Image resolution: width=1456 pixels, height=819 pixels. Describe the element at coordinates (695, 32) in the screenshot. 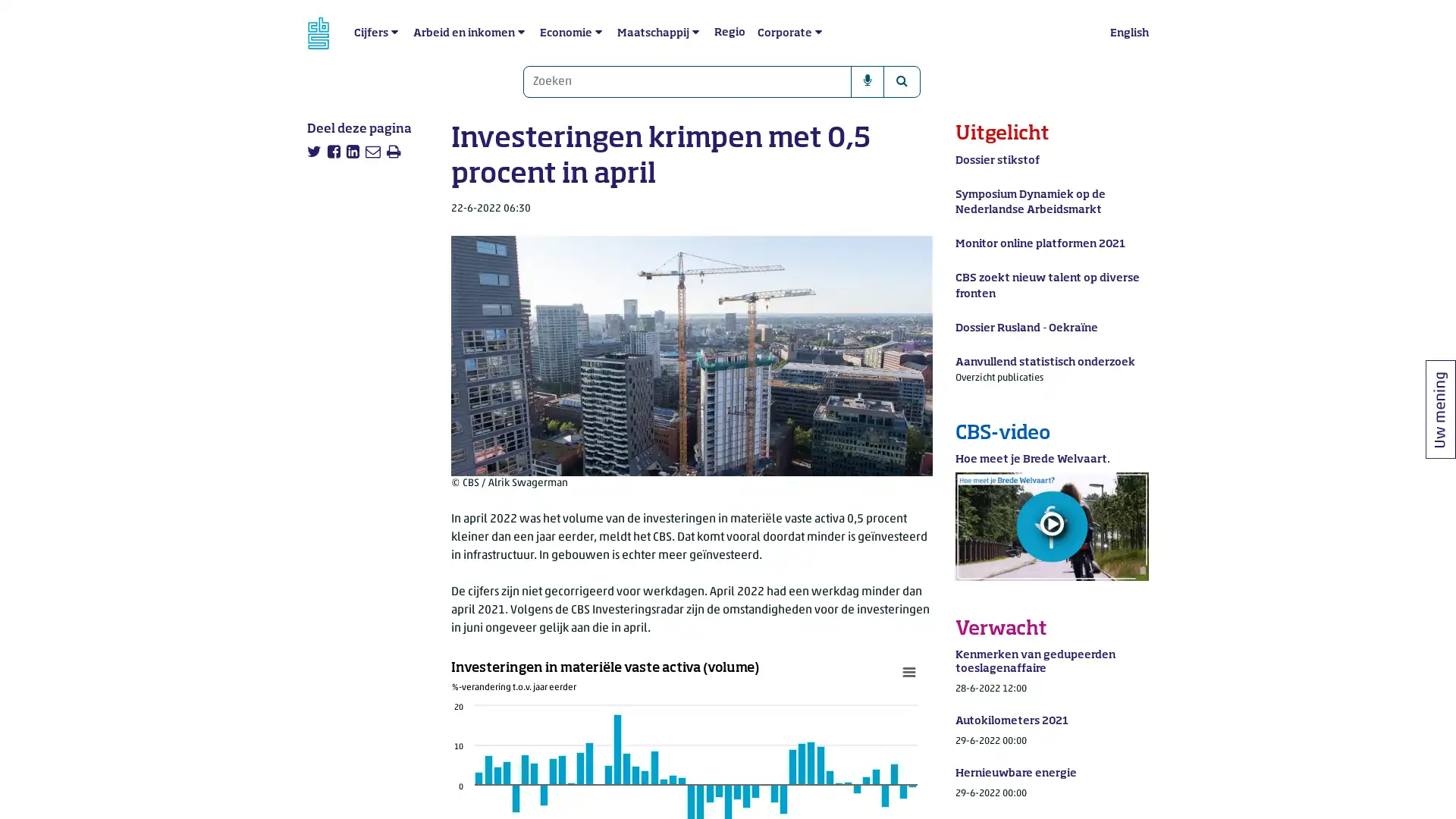

I see `submenu Maatschappij` at that location.